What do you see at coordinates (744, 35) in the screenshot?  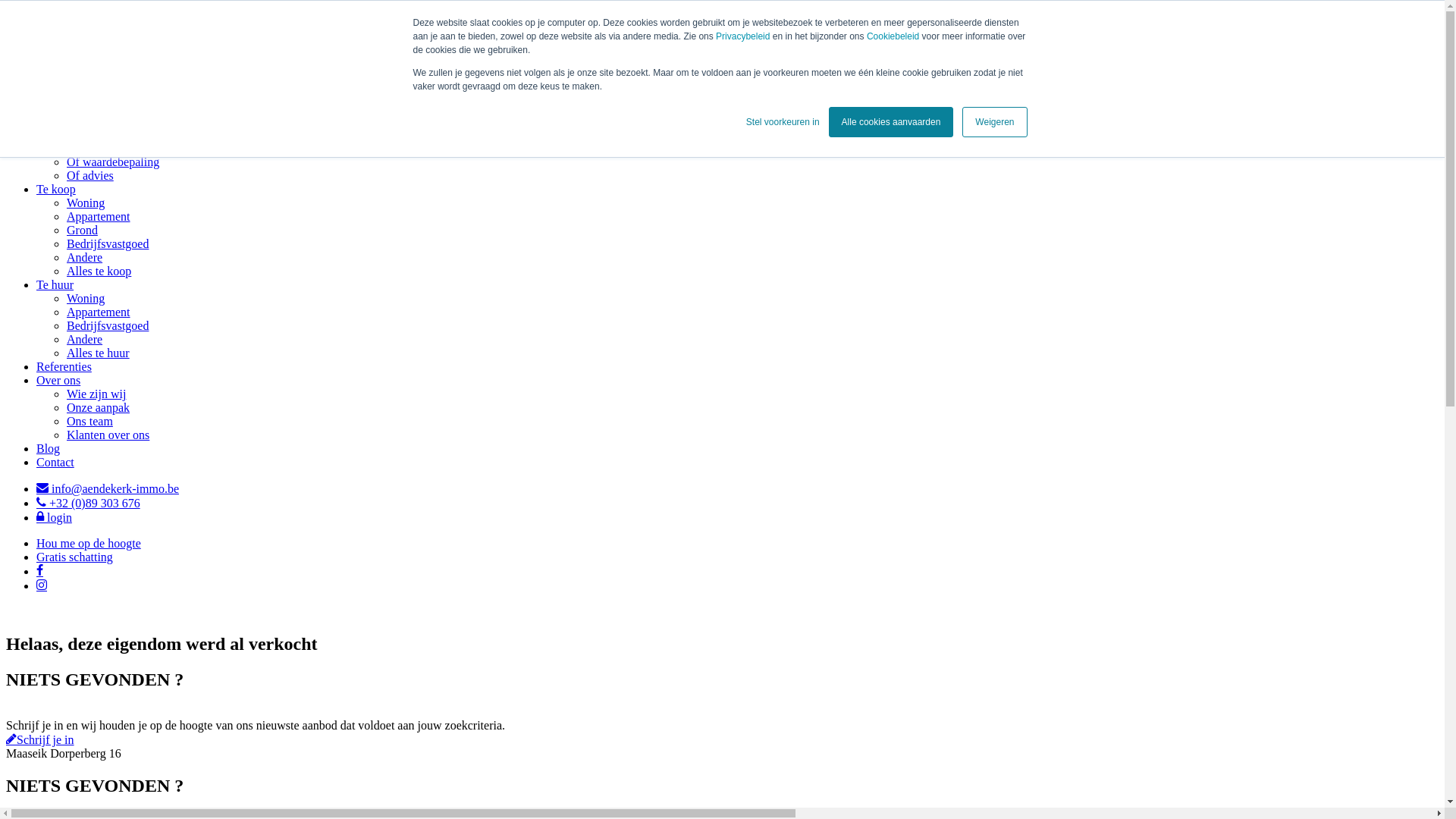 I see `'Privacybeleid'` at bounding box center [744, 35].